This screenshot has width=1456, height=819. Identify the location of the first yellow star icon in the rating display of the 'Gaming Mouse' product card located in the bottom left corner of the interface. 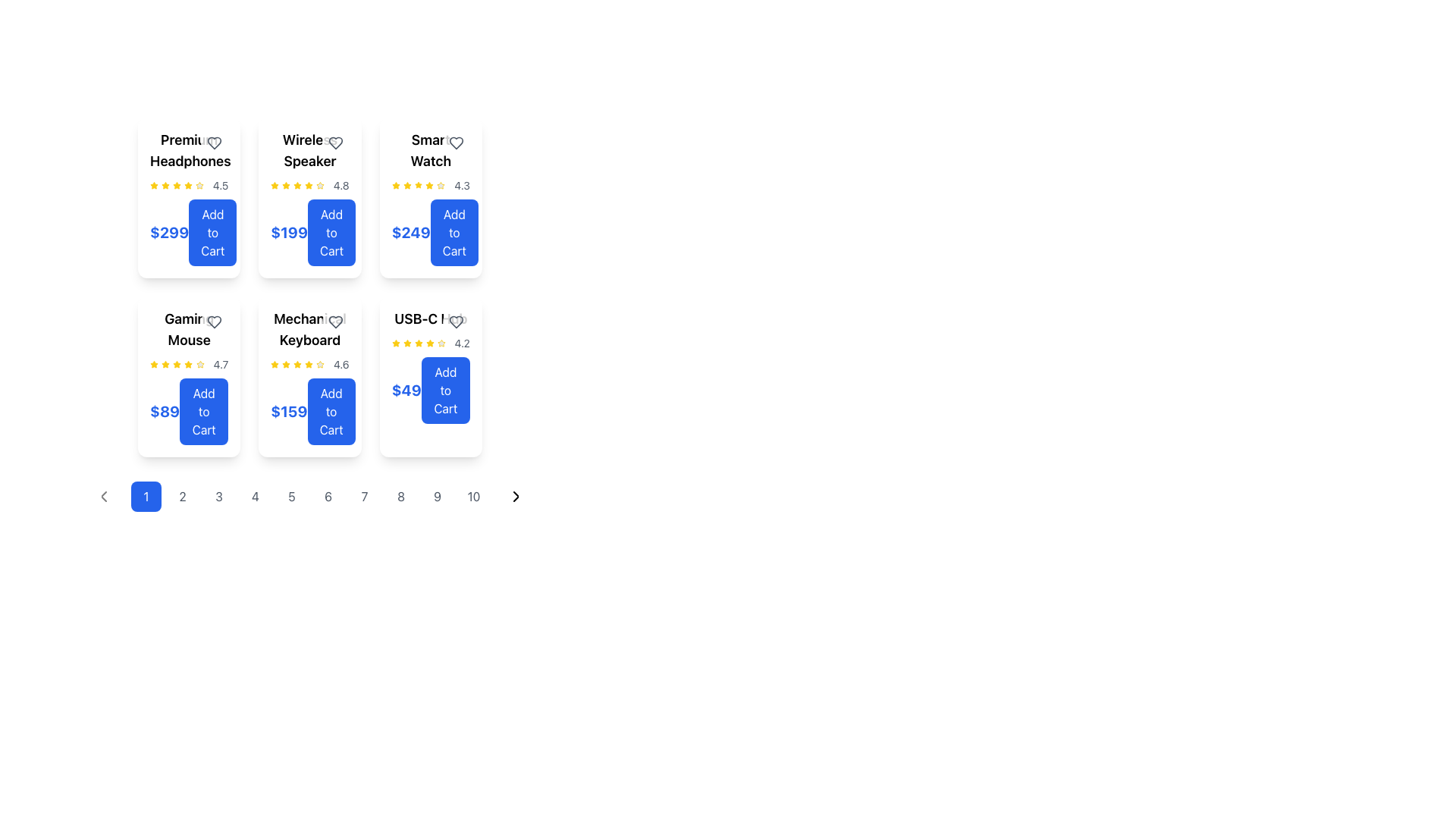
(154, 365).